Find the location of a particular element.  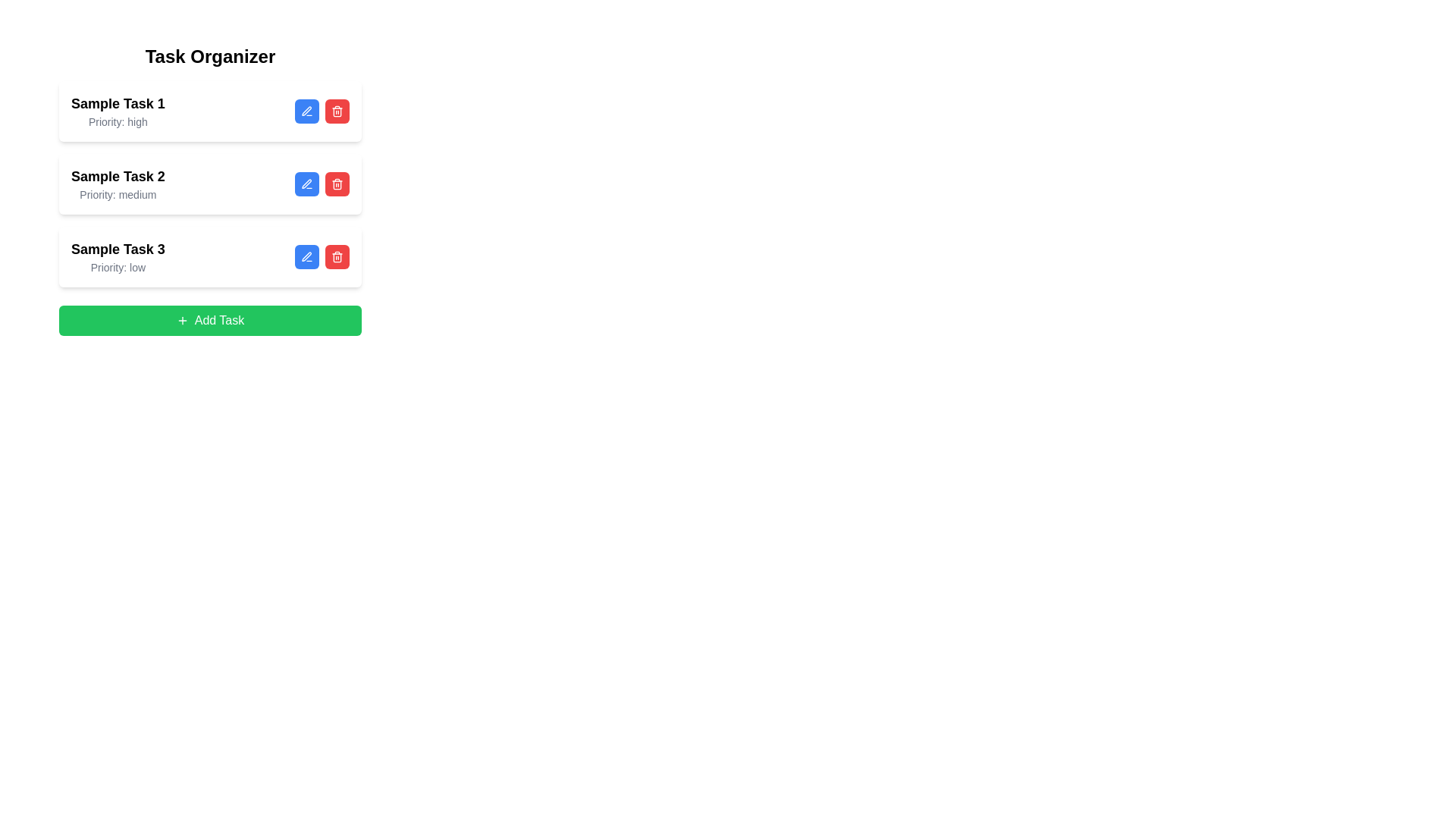

the '+' icon inside the green 'Add Task' button is located at coordinates (182, 320).